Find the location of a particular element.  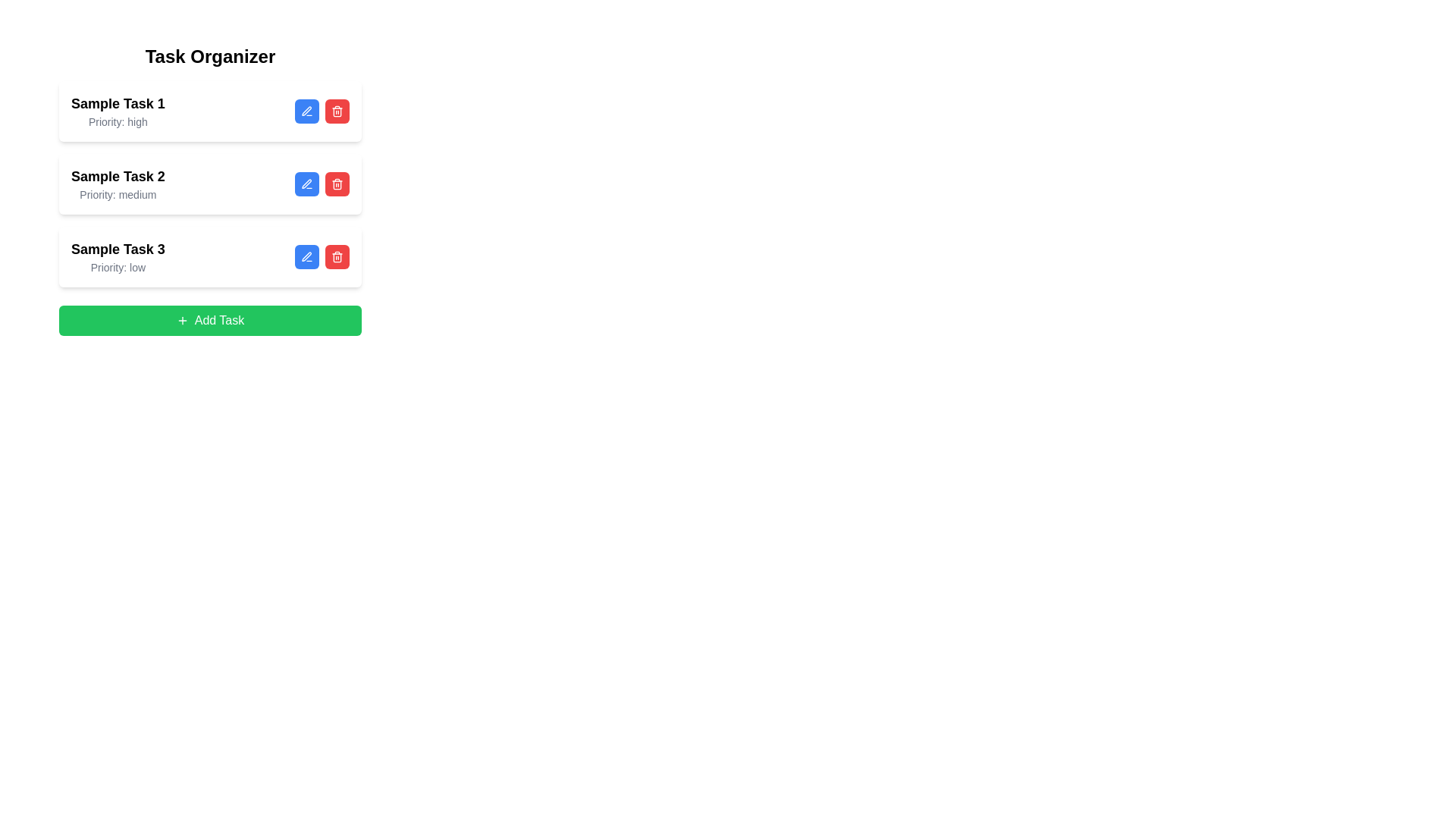

the '+' icon inside the green 'Add Task' button is located at coordinates (182, 320).